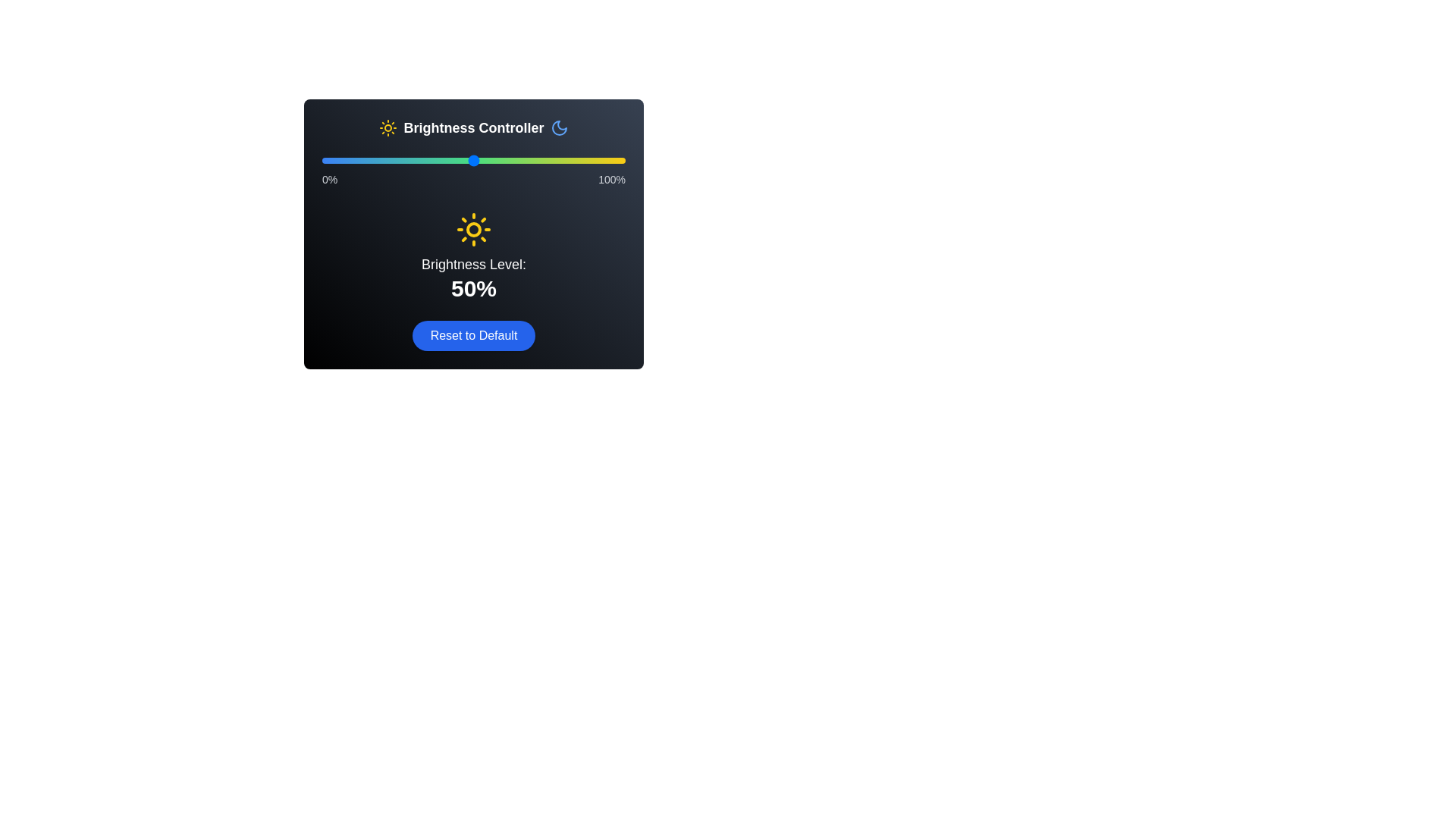 This screenshot has width=1456, height=819. Describe the element at coordinates (472, 335) in the screenshot. I see `the 'Reset to Default' button to reset the brightness level to 50%` at that location.